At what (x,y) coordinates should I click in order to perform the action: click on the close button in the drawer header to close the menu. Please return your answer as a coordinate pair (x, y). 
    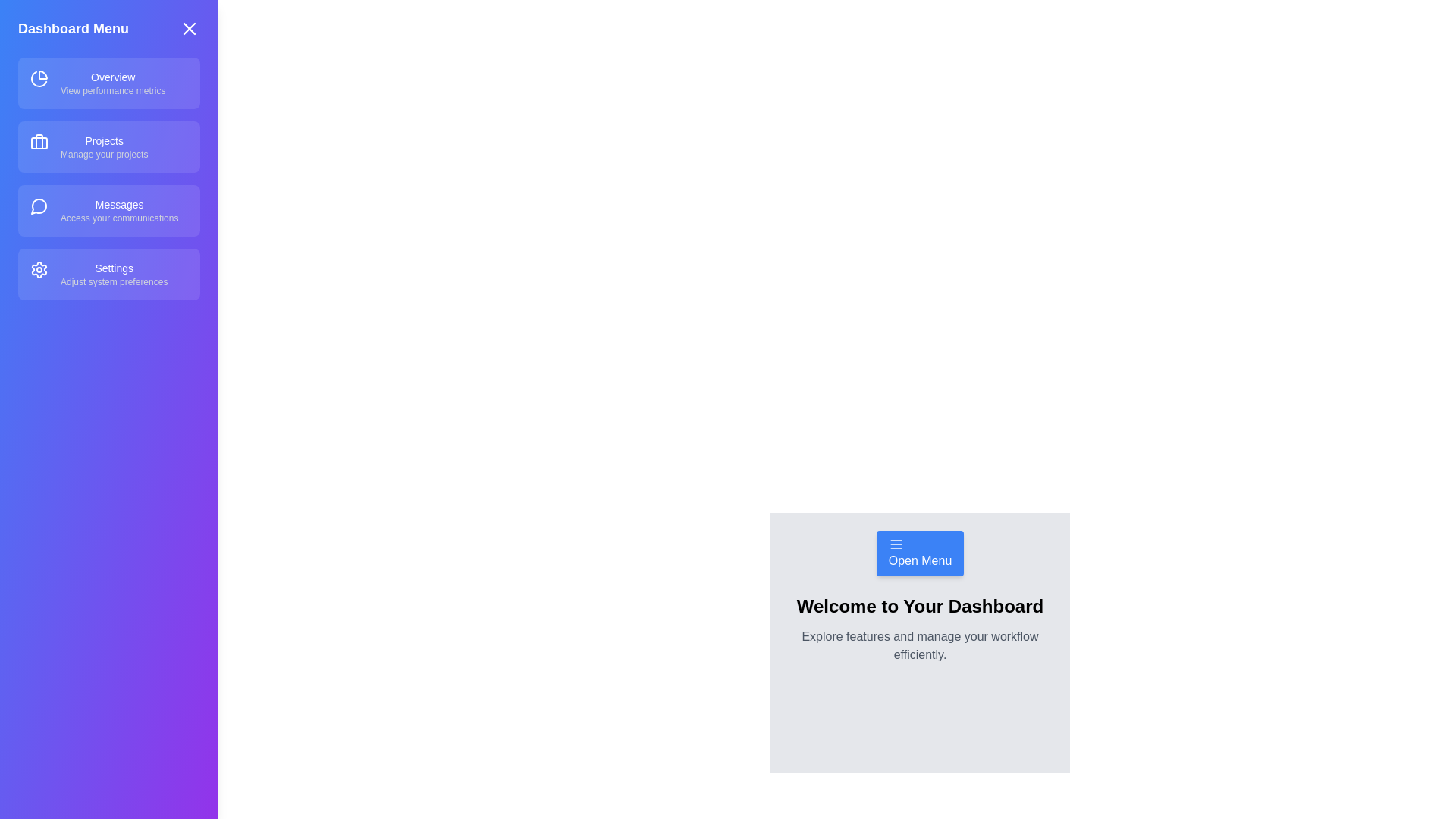
    Looking at the image, I should click on (188, 29).